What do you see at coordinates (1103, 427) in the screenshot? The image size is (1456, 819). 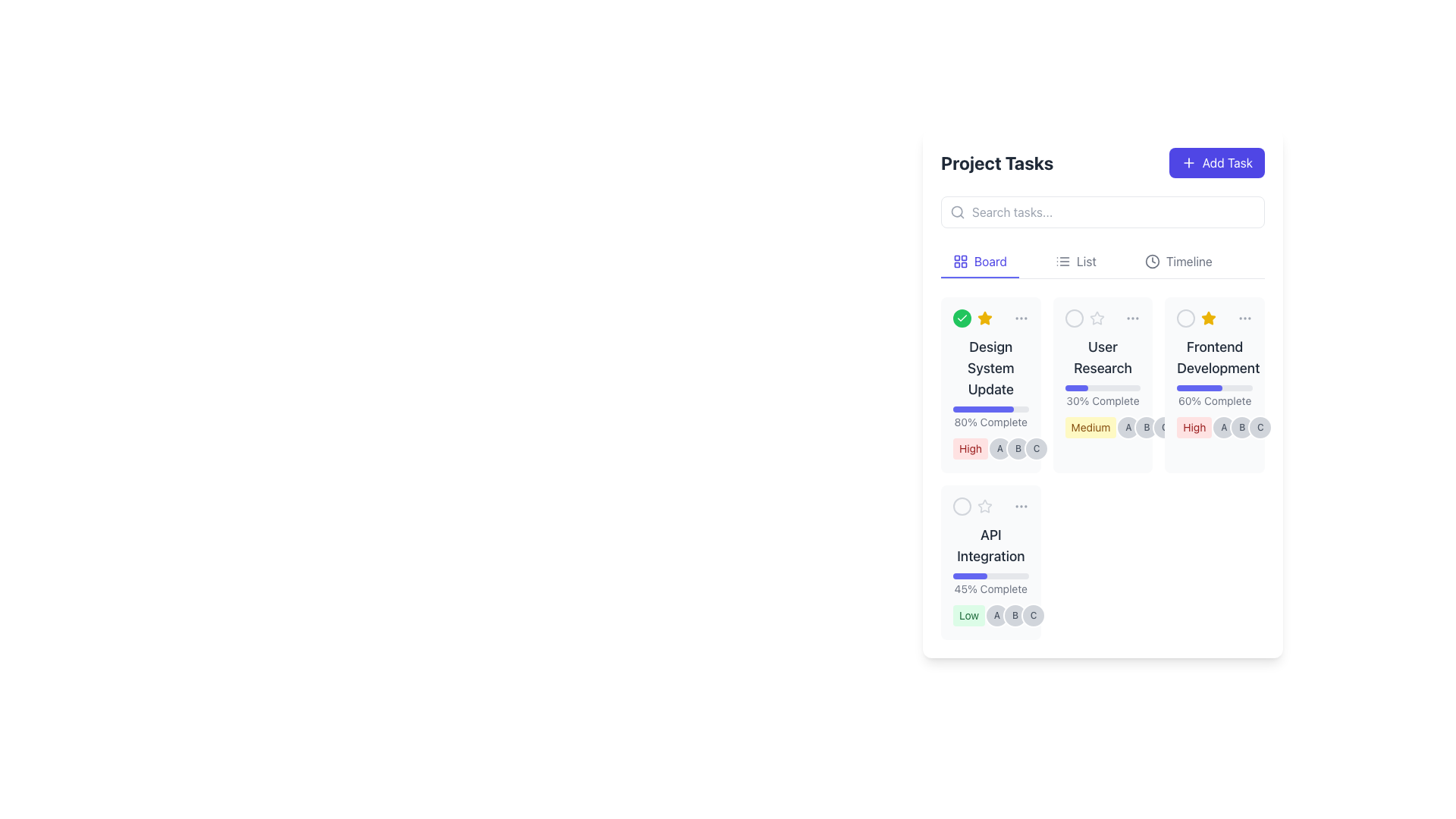 I see `the 'Medium' priority label located at the bottom-left of the 'User Research' task card in the 'Project Tasks' section` at bounding box center [1103, 427].